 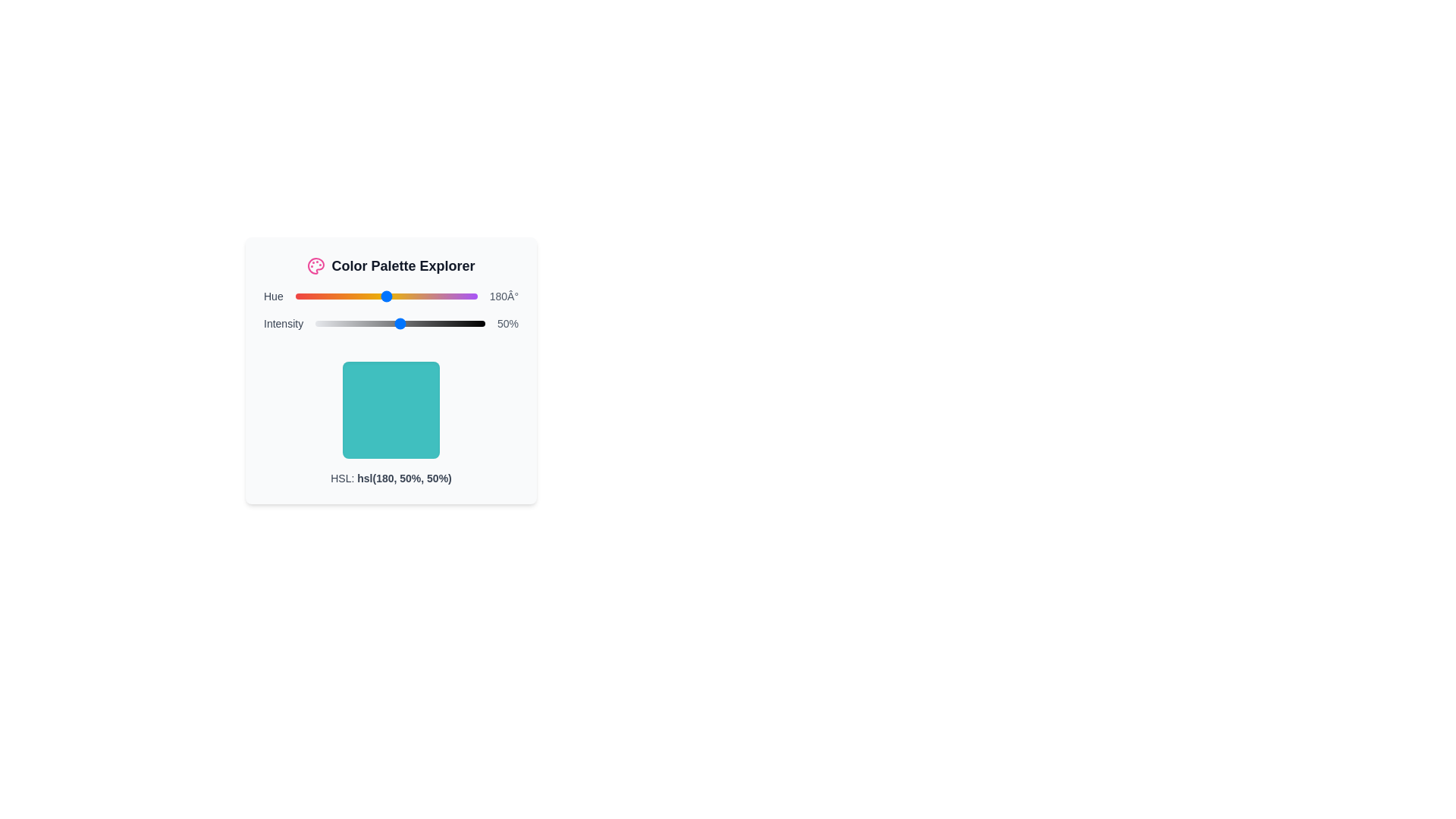 I want to click on the hue slider to set its value to 122, so click(x=356, y=296).